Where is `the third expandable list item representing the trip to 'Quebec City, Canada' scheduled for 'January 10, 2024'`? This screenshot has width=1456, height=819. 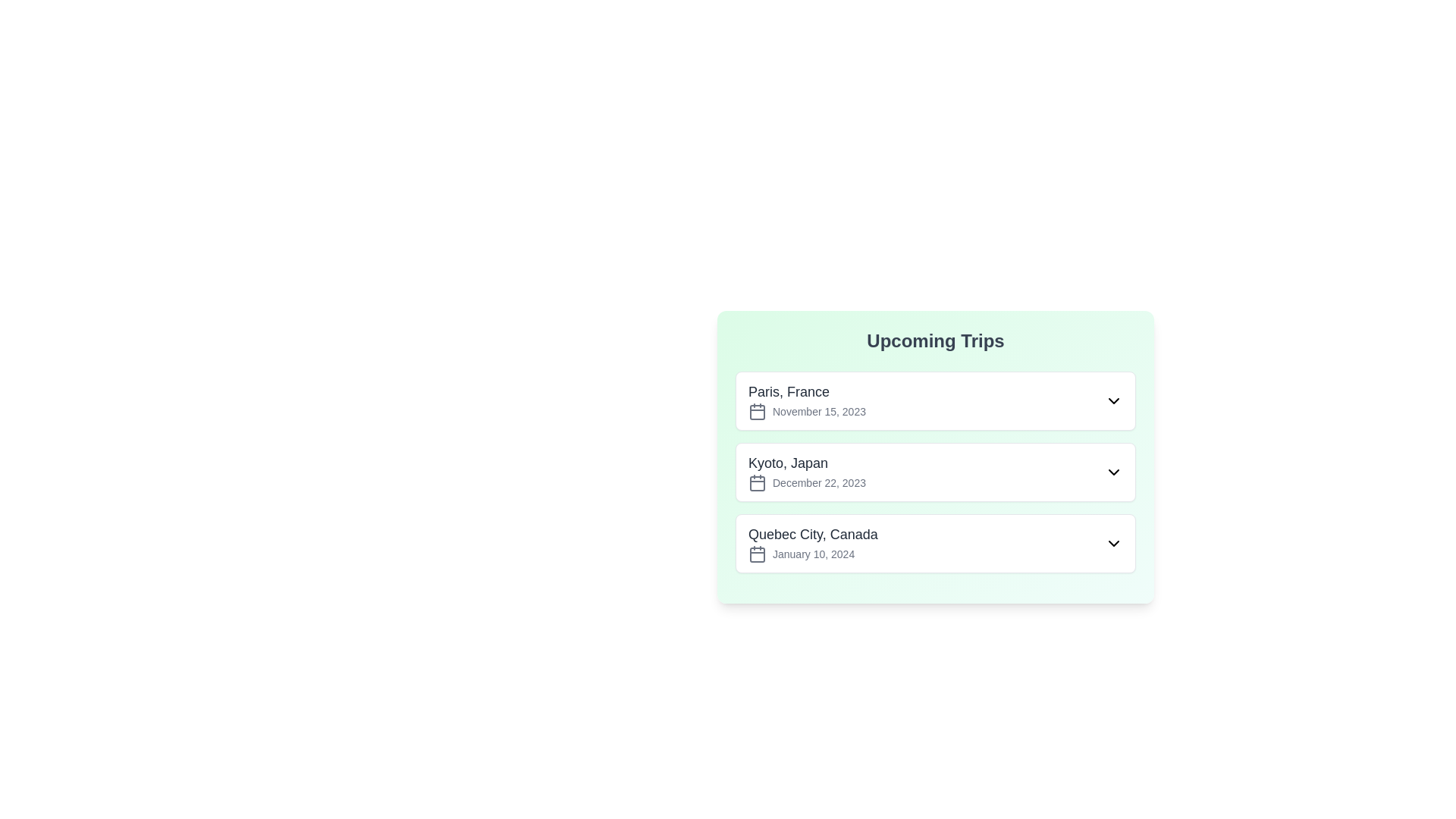 the third expandable list item representing the trip to 'Quebec City, Canada' scheduled for 'January 10, 2024' is located at coordinates (934, 543).